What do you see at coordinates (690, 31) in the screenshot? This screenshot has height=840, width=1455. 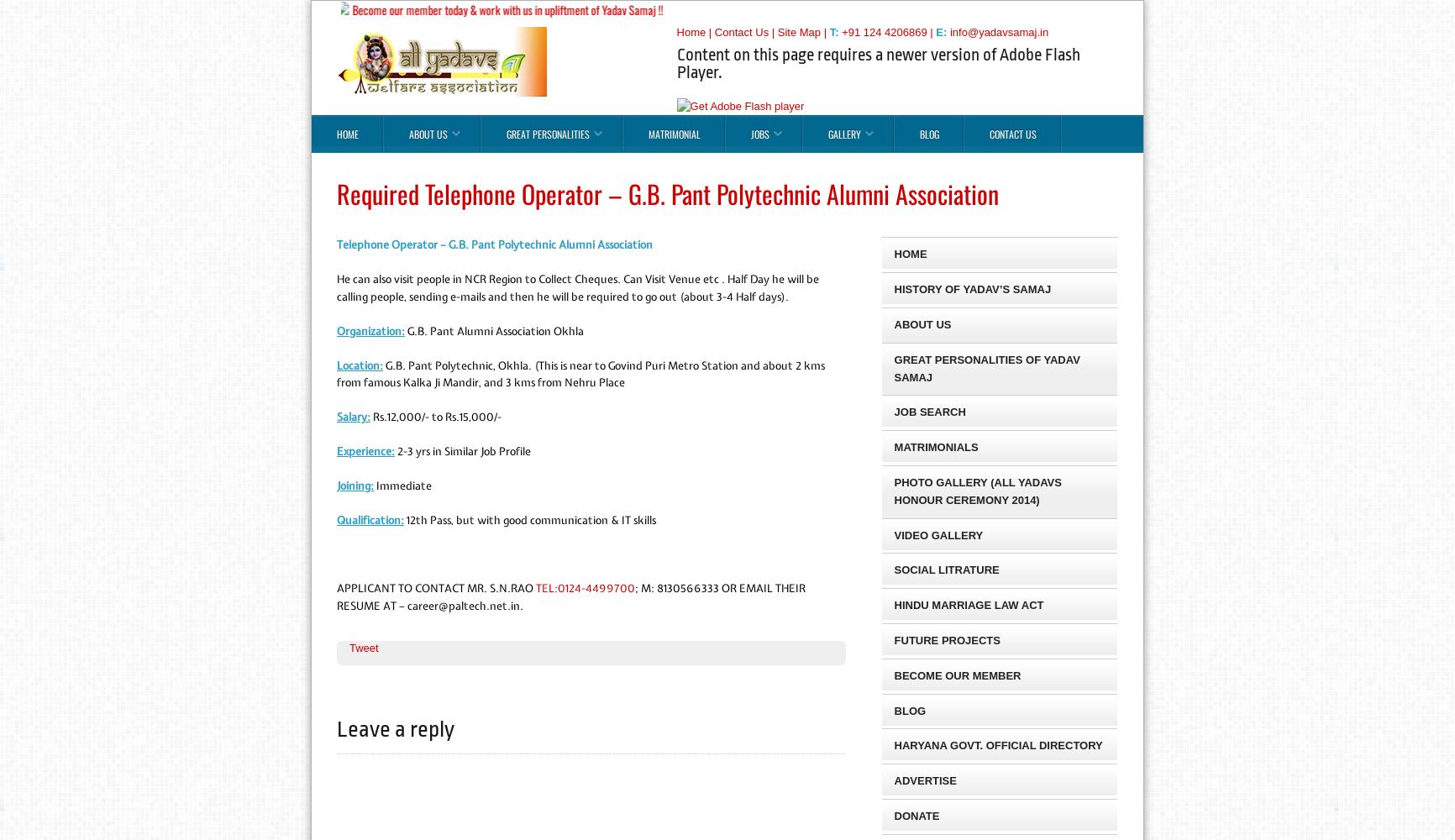 I see `'Home'` at bounding box center [690, 31].